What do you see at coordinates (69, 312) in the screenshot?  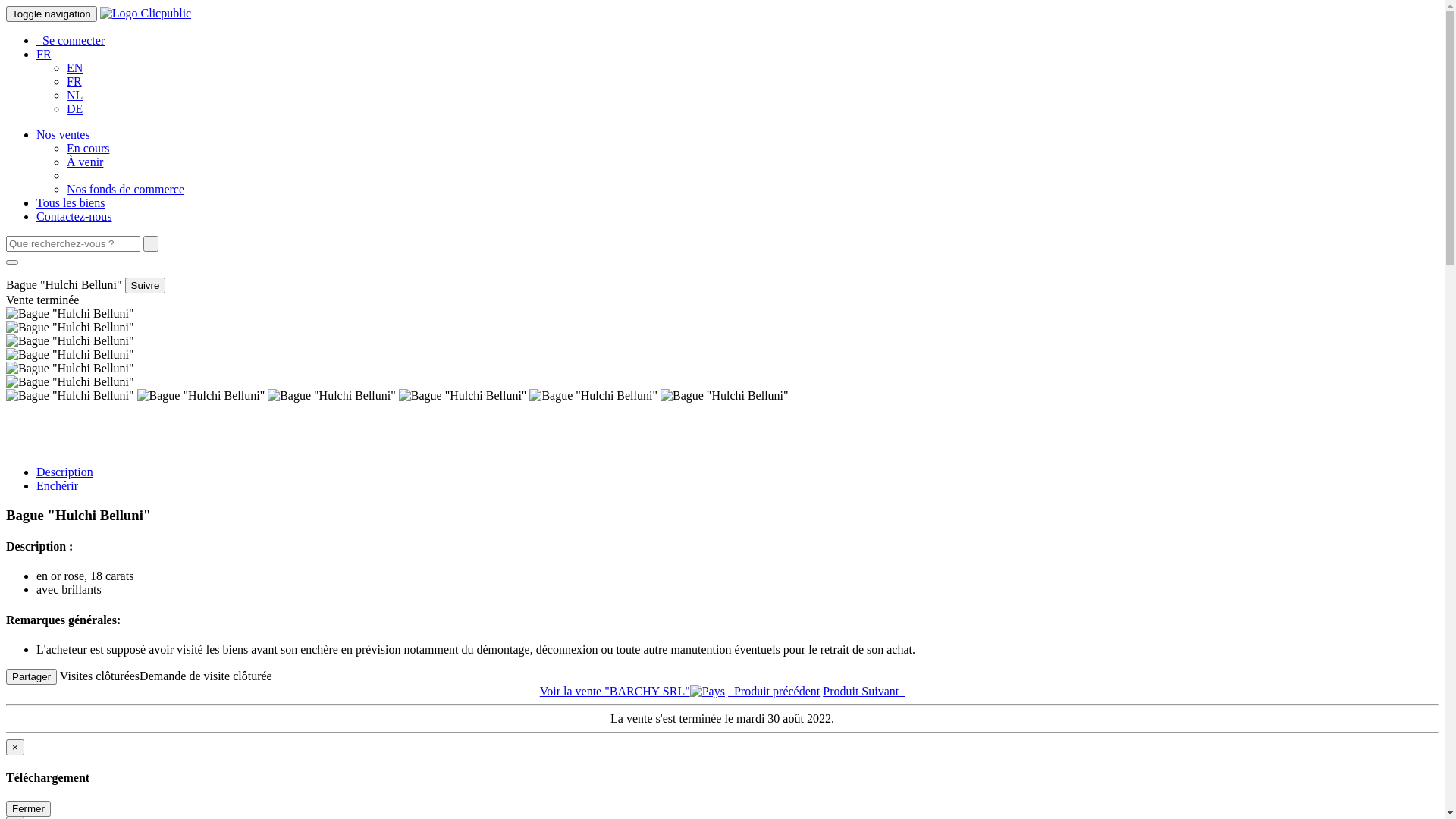 I see `'Bague "Hulchi Belluni"'` at bounding box center [69, 312].